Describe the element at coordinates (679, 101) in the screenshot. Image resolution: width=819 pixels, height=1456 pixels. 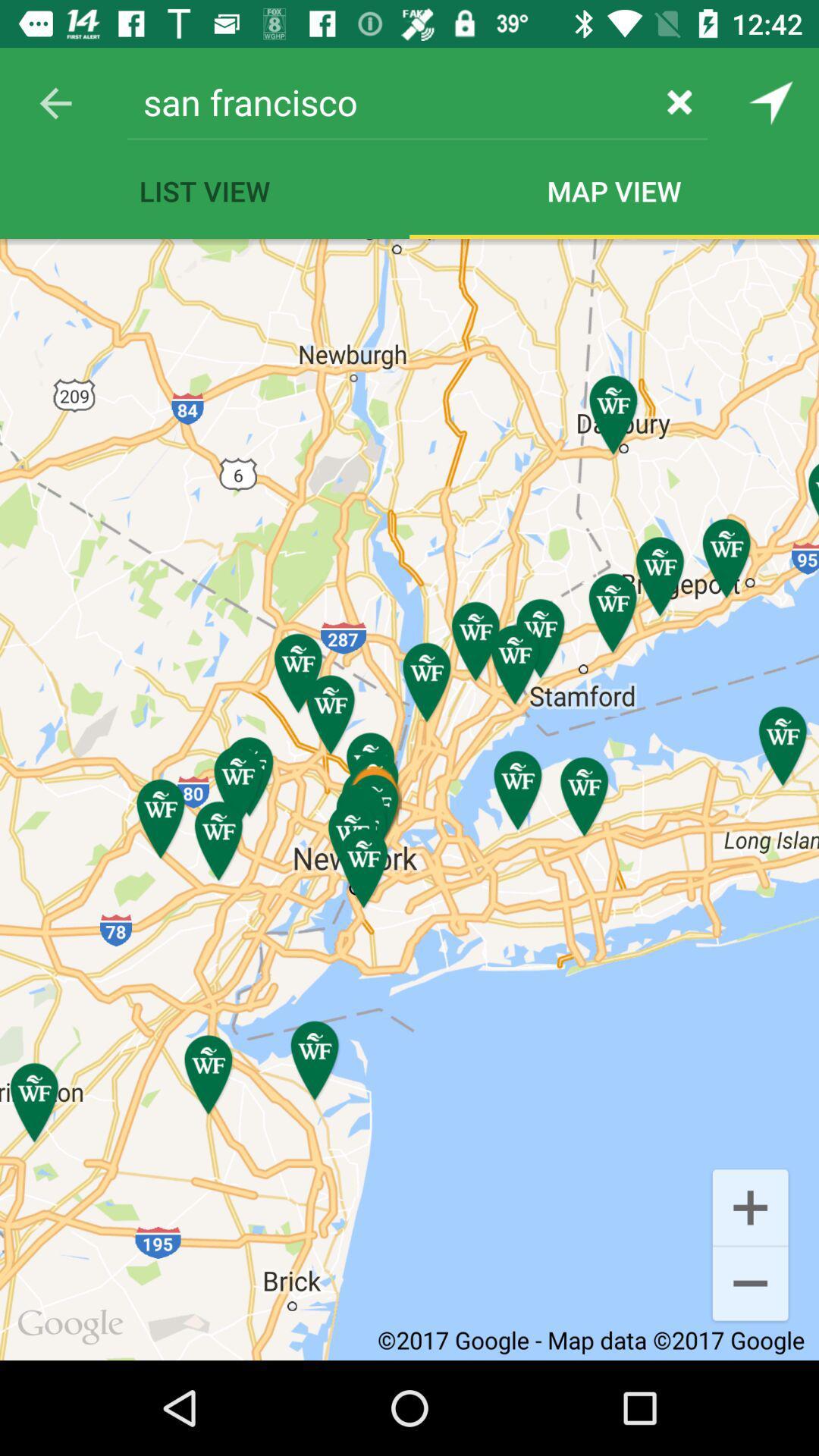
I see `item above map view` at that location.